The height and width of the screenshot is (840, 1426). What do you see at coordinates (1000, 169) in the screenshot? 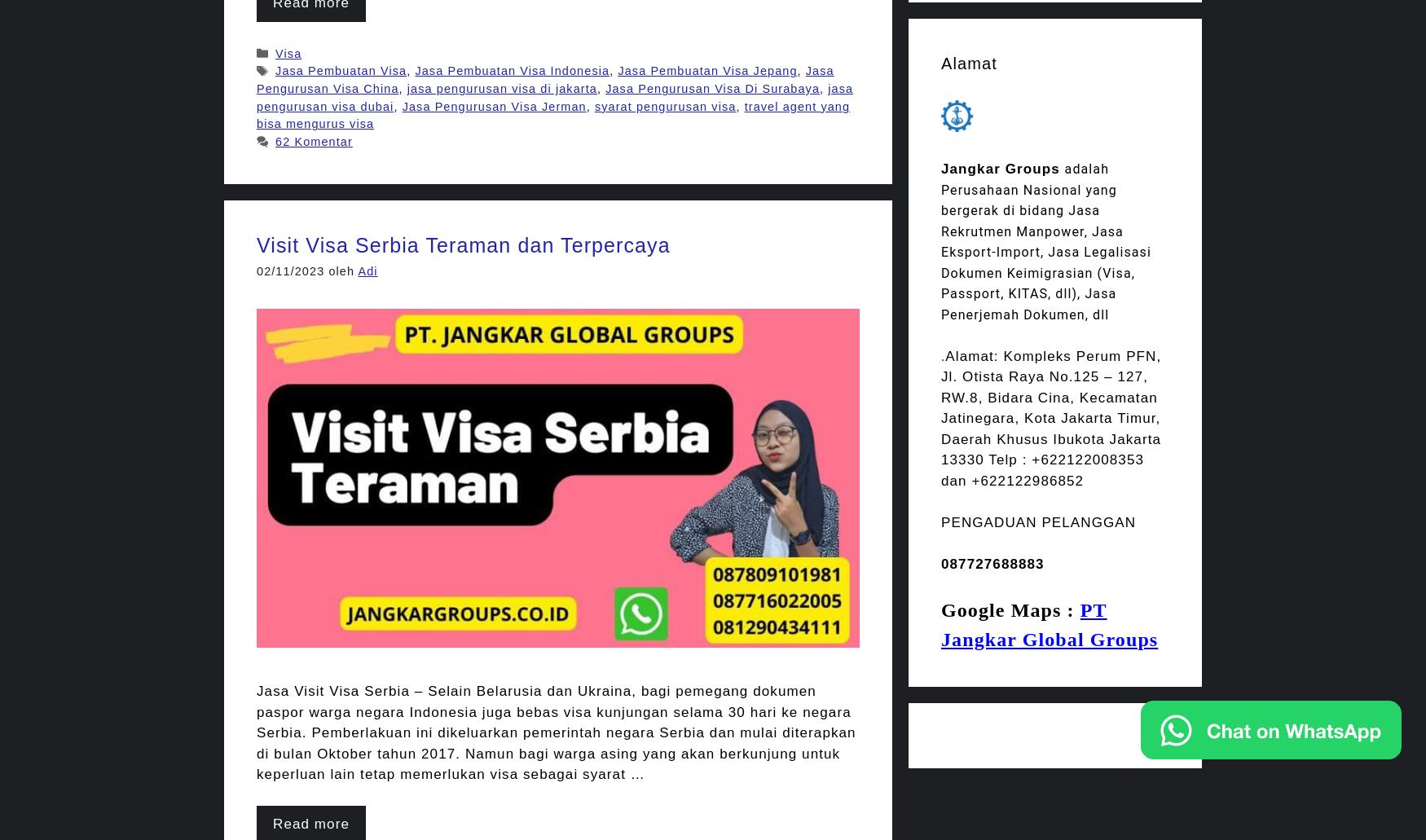
I see `'Jangkar Groups'` at bounding box center [1000, 169].